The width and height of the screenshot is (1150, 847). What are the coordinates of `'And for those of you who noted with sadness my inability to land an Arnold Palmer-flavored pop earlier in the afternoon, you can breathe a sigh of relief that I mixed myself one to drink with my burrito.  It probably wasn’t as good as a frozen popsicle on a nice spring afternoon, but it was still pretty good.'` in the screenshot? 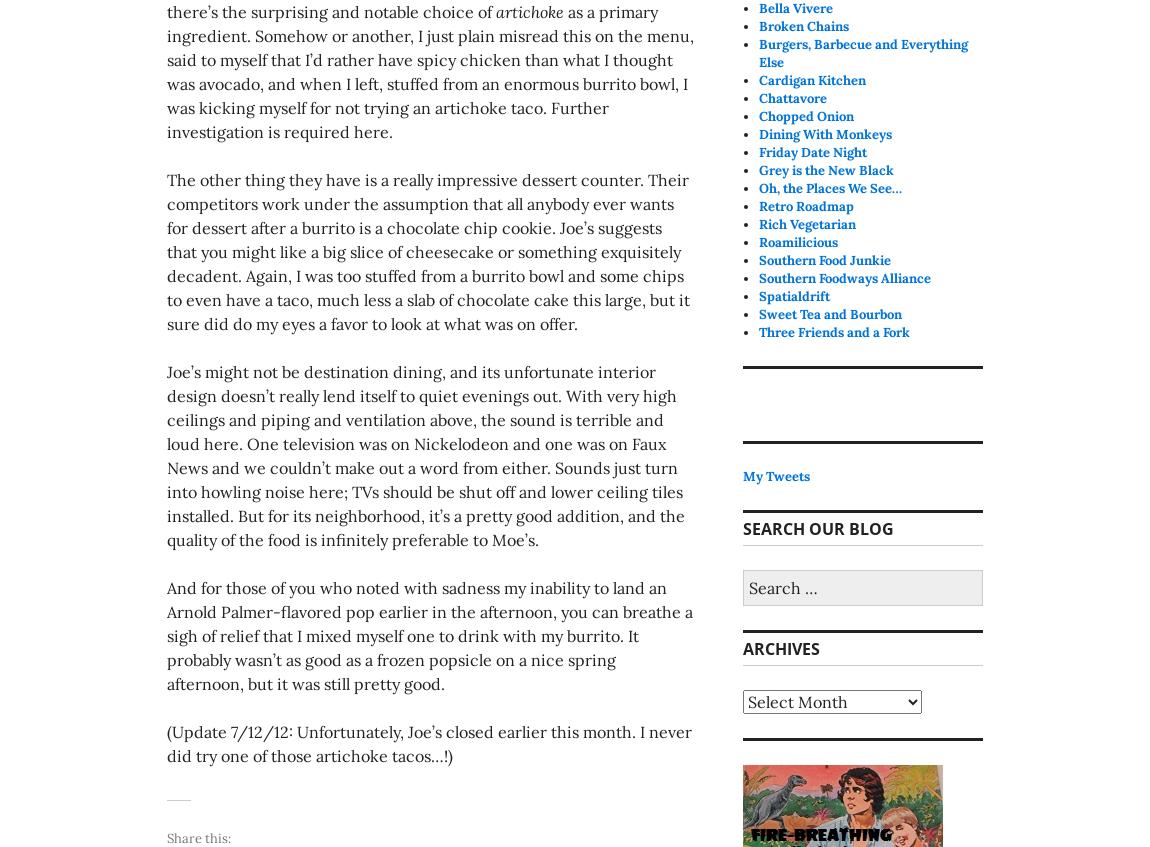 It's located at (429, 633).